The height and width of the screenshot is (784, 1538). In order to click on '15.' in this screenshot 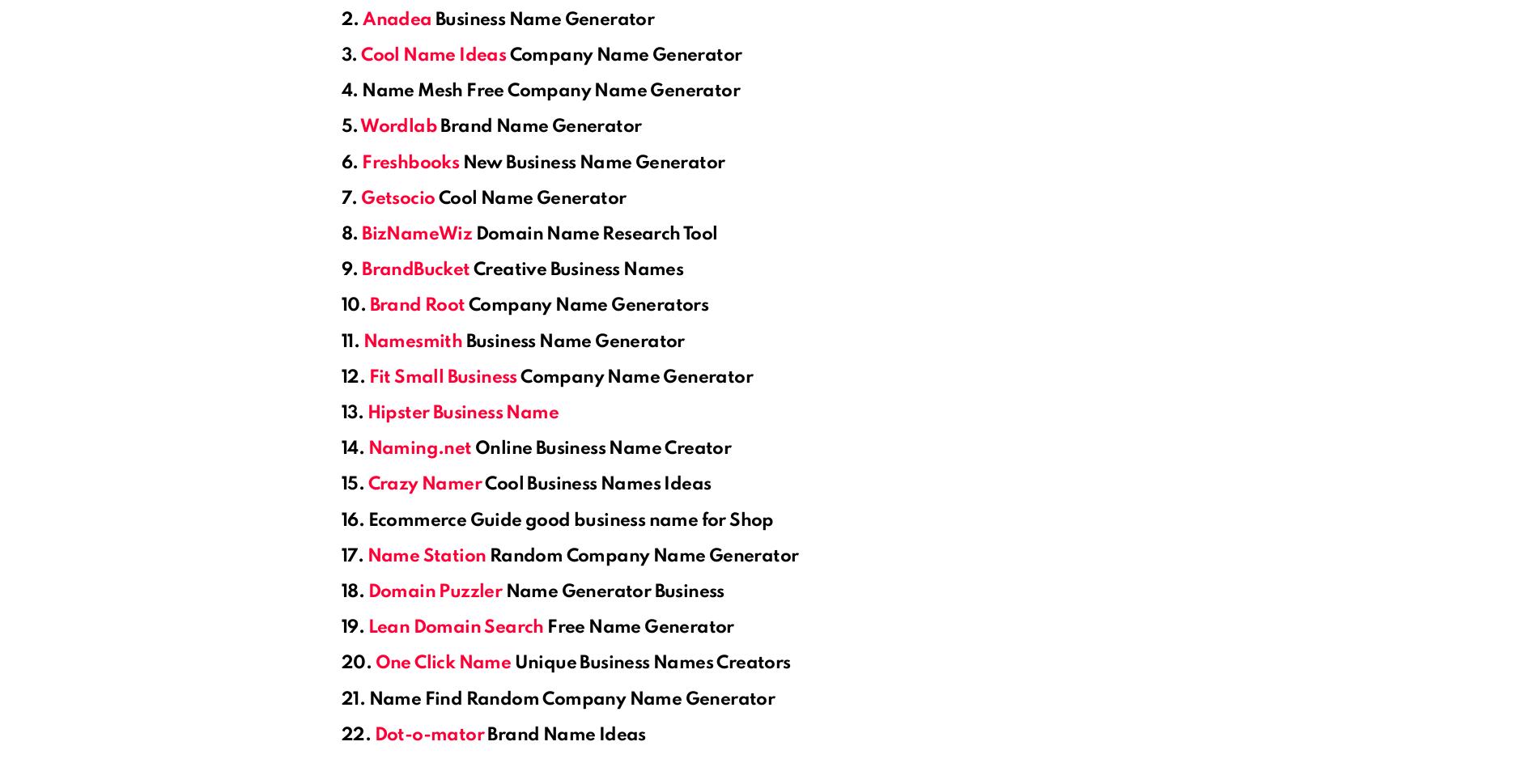, I will do `click(340, 484)`.